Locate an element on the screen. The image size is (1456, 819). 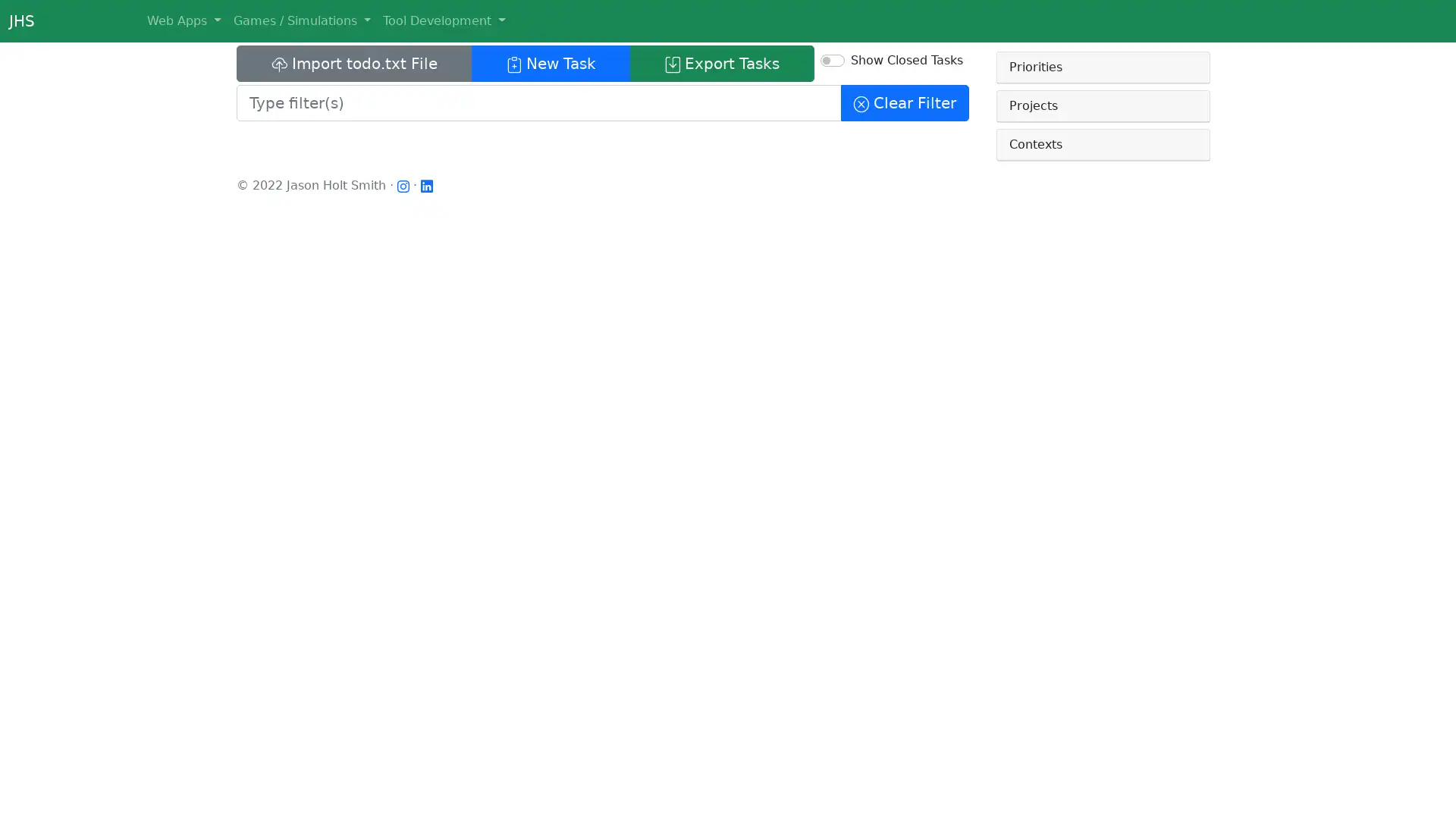
Tool Development is located at coordinates (443, 20).